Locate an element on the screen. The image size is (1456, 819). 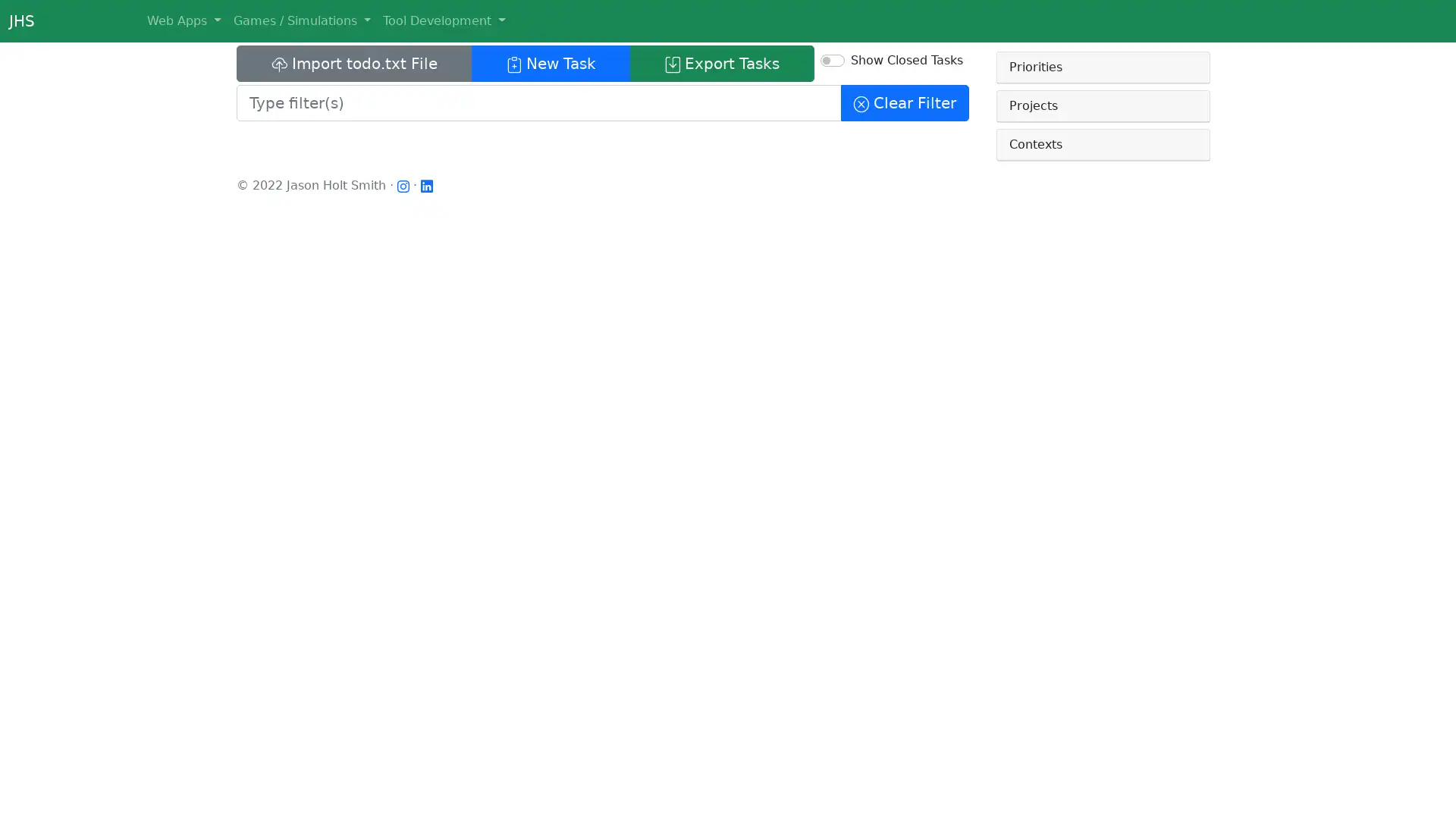
Tool Development is located at coordinates (443, 20).